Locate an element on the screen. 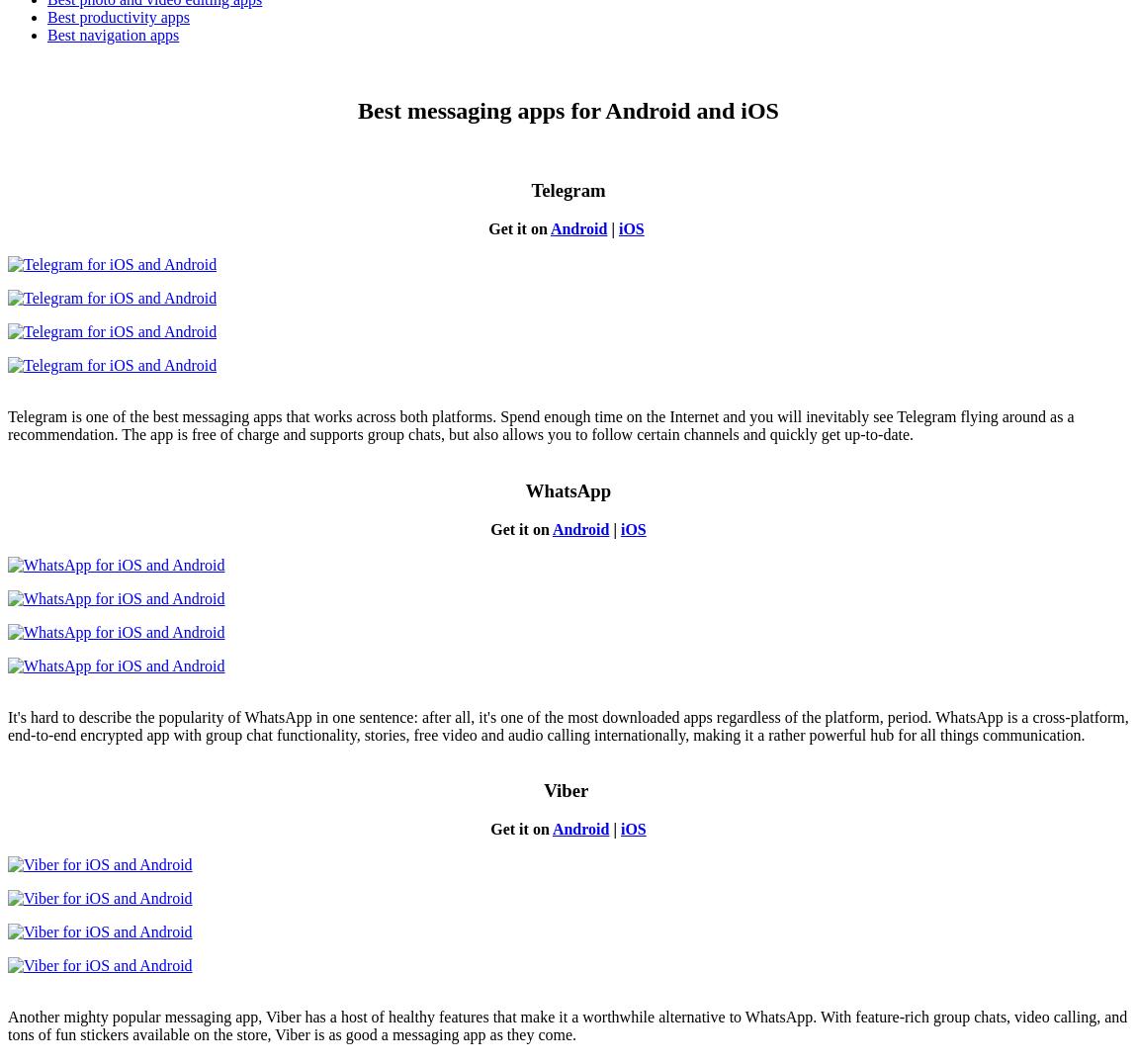 Image resolution: width=1137 pixels, height=1064 pixels. 'Telegram is one of the best messaging apps that works across both platforms. Spend enough time on the Internet and you will inevitably see Telegram flying around as a recommendation. The app is free of charge and supports group chats, but also allows you to follow certain channels and quickly get up-to-date.' is located at coordinates (541, 425).